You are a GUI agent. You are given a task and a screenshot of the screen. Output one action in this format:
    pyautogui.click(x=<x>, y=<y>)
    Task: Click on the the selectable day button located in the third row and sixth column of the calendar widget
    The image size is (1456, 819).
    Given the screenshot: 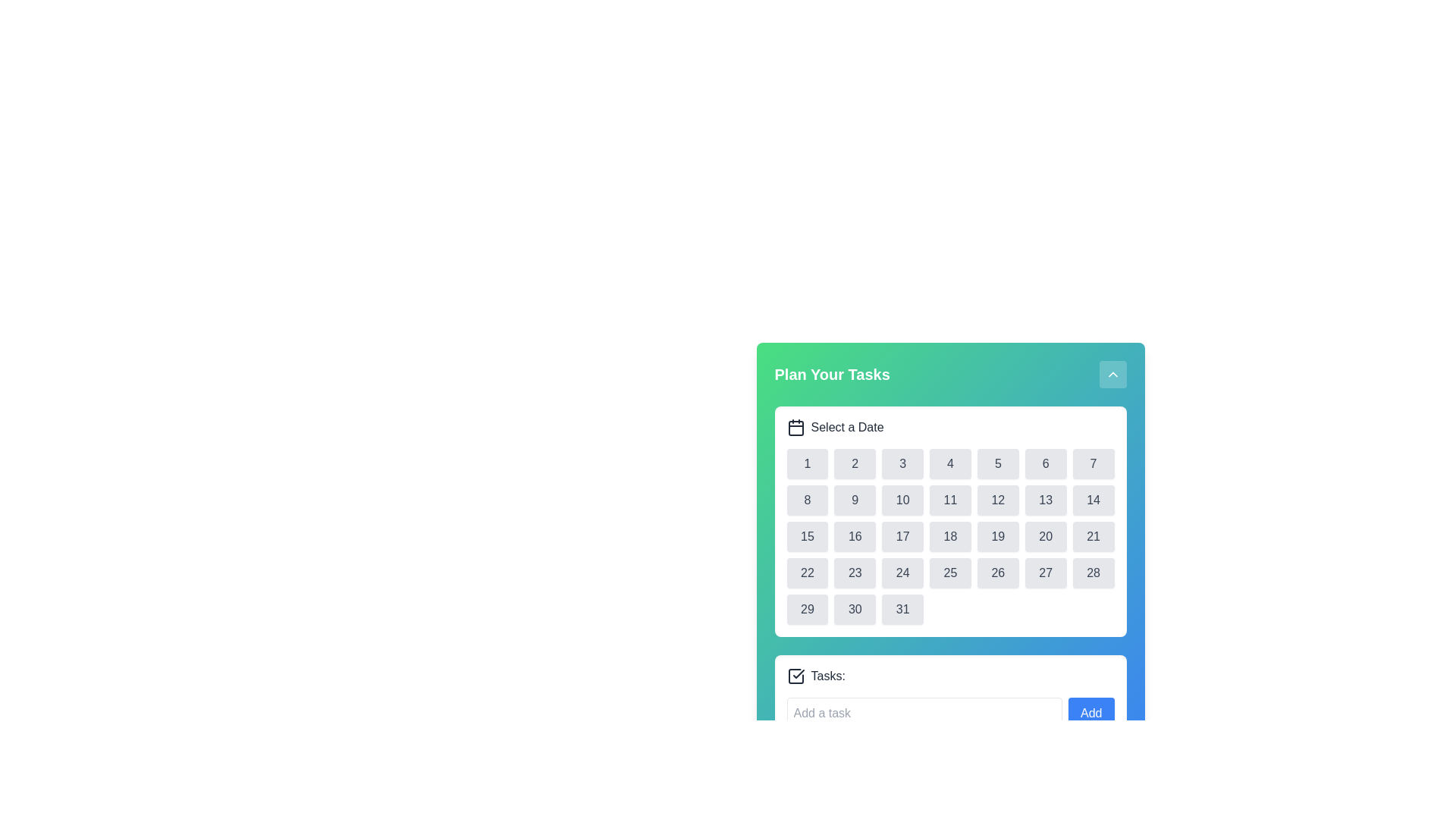 What is the action you would take?
    pyautogui.click(x=1045, y=536)
    